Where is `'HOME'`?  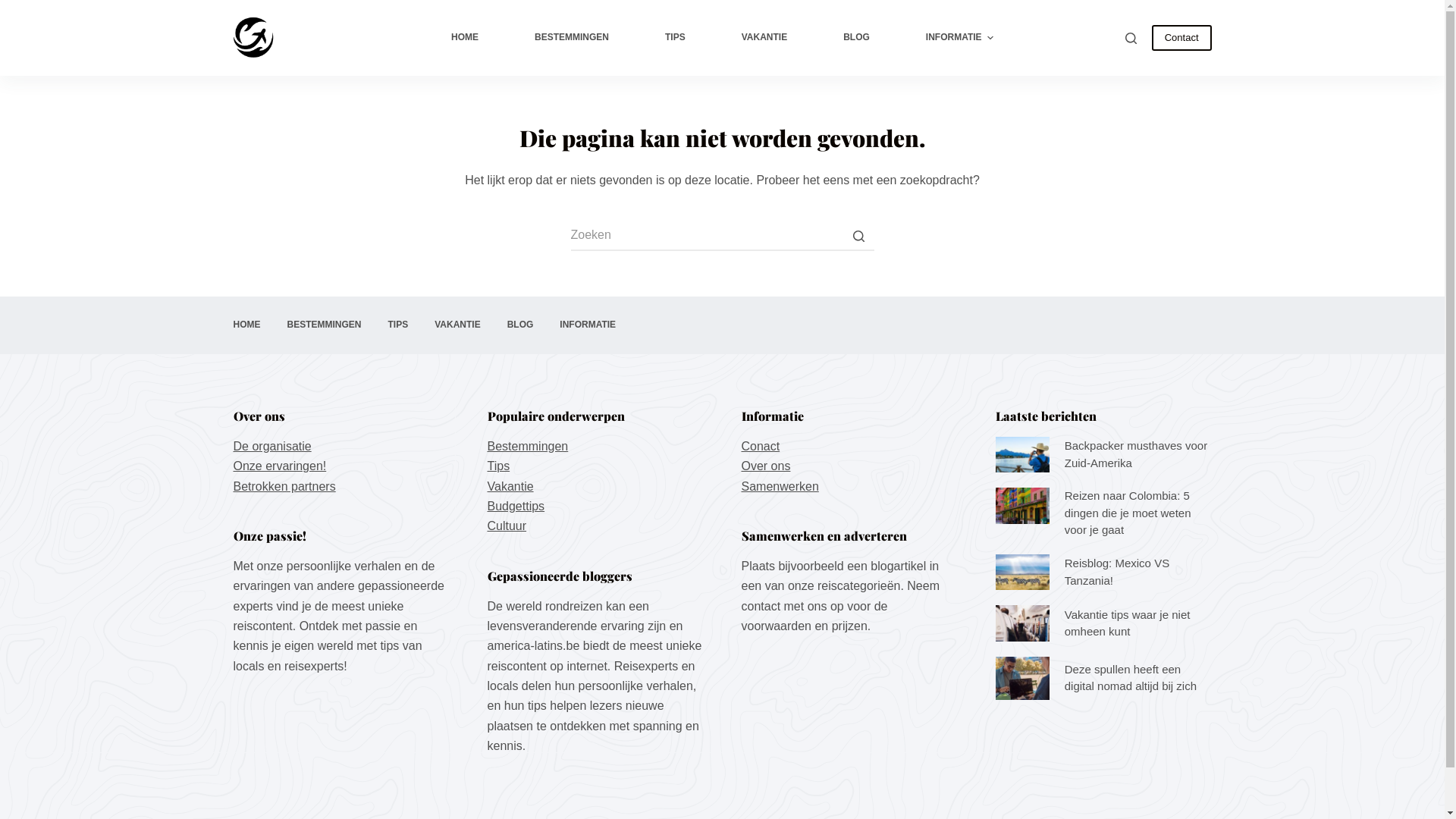 'HOME' is located at coordinates (464, 37).